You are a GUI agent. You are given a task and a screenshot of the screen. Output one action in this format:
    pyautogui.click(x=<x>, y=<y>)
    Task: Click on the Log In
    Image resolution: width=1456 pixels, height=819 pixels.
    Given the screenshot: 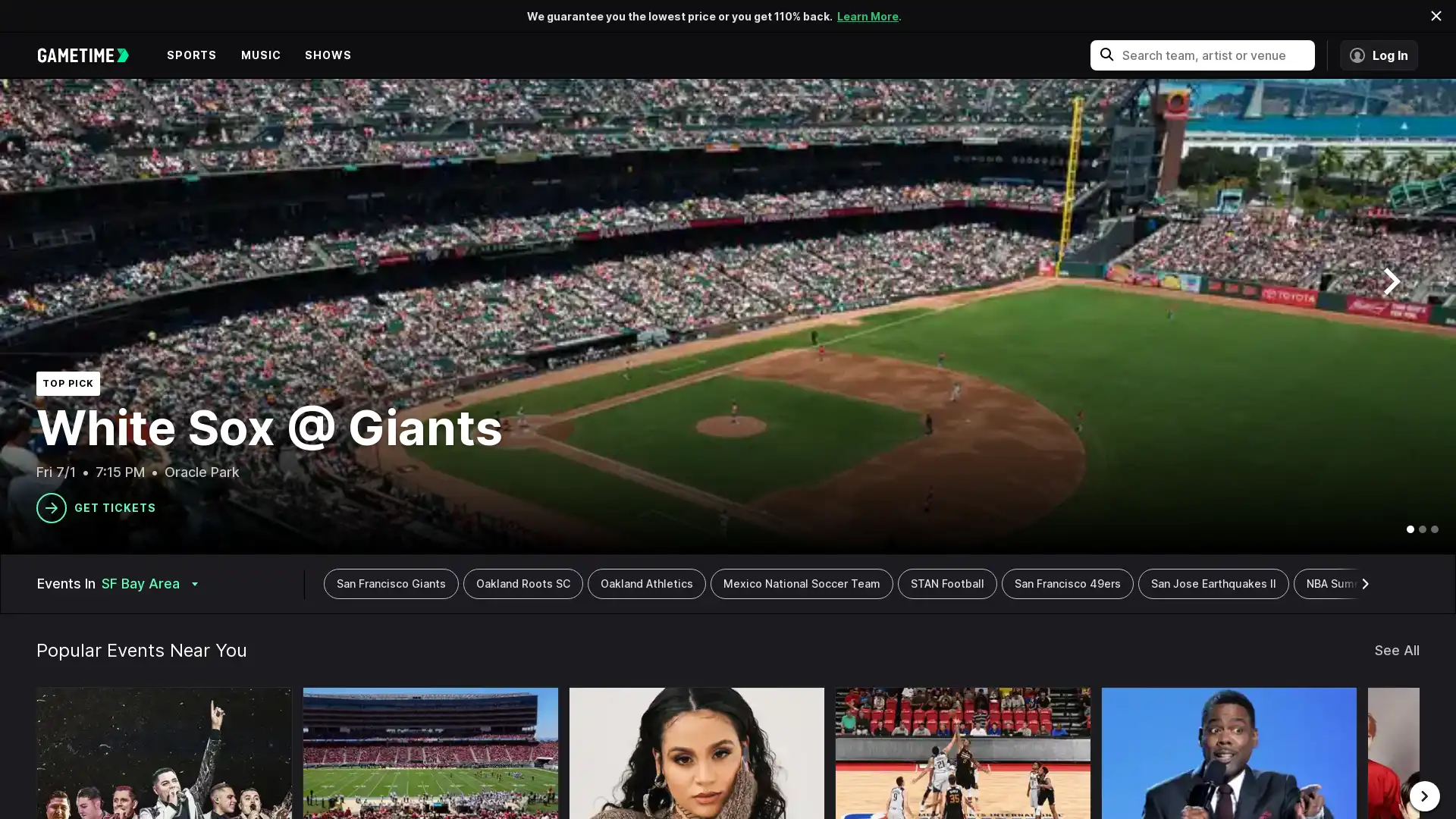 What is the action you would take?
    pyautogui.click(x=1379, y=55)
    